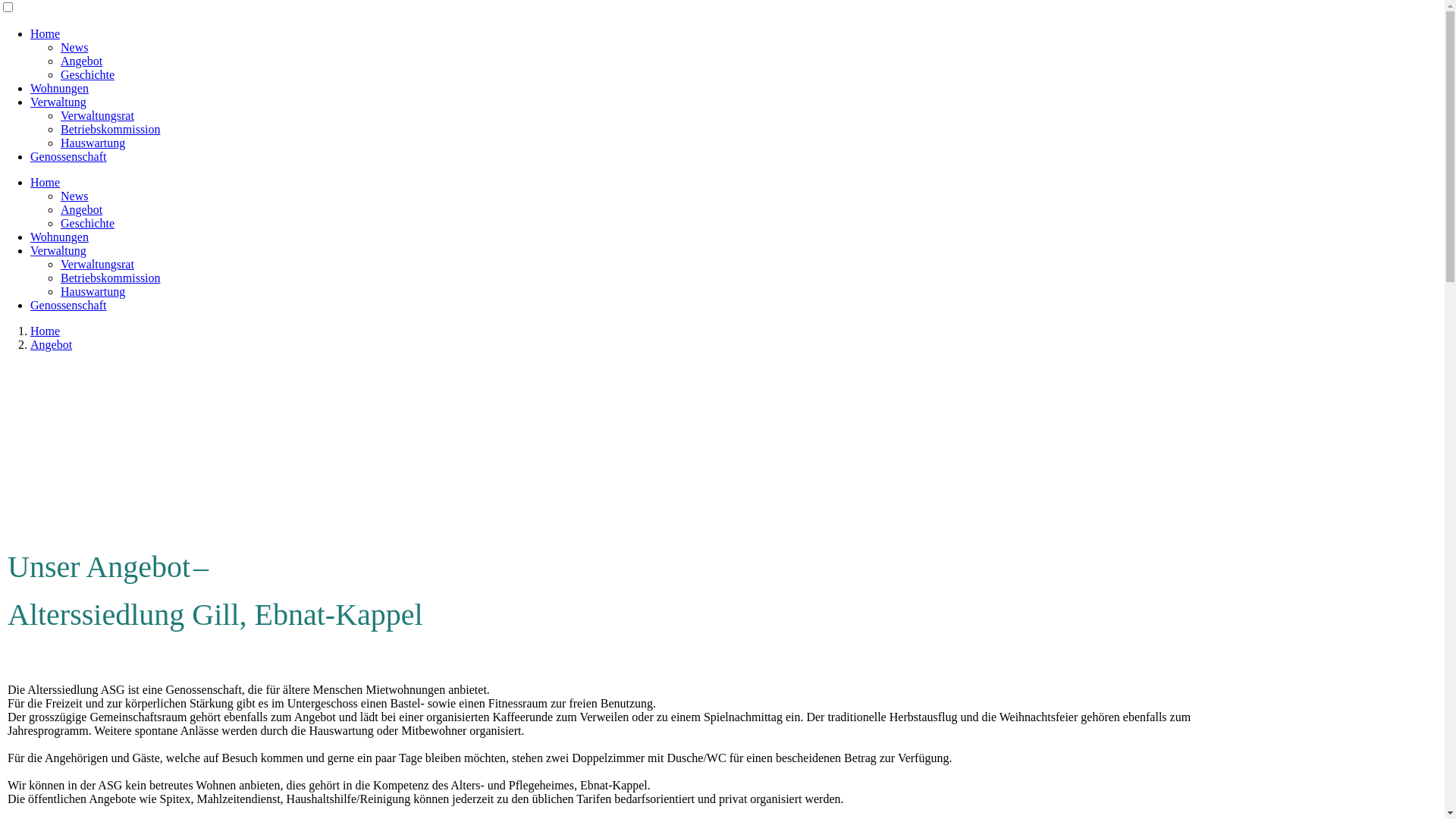  Describe the element at coordinates (45, 181) in the screenshot. I see `'Home'` at that location.